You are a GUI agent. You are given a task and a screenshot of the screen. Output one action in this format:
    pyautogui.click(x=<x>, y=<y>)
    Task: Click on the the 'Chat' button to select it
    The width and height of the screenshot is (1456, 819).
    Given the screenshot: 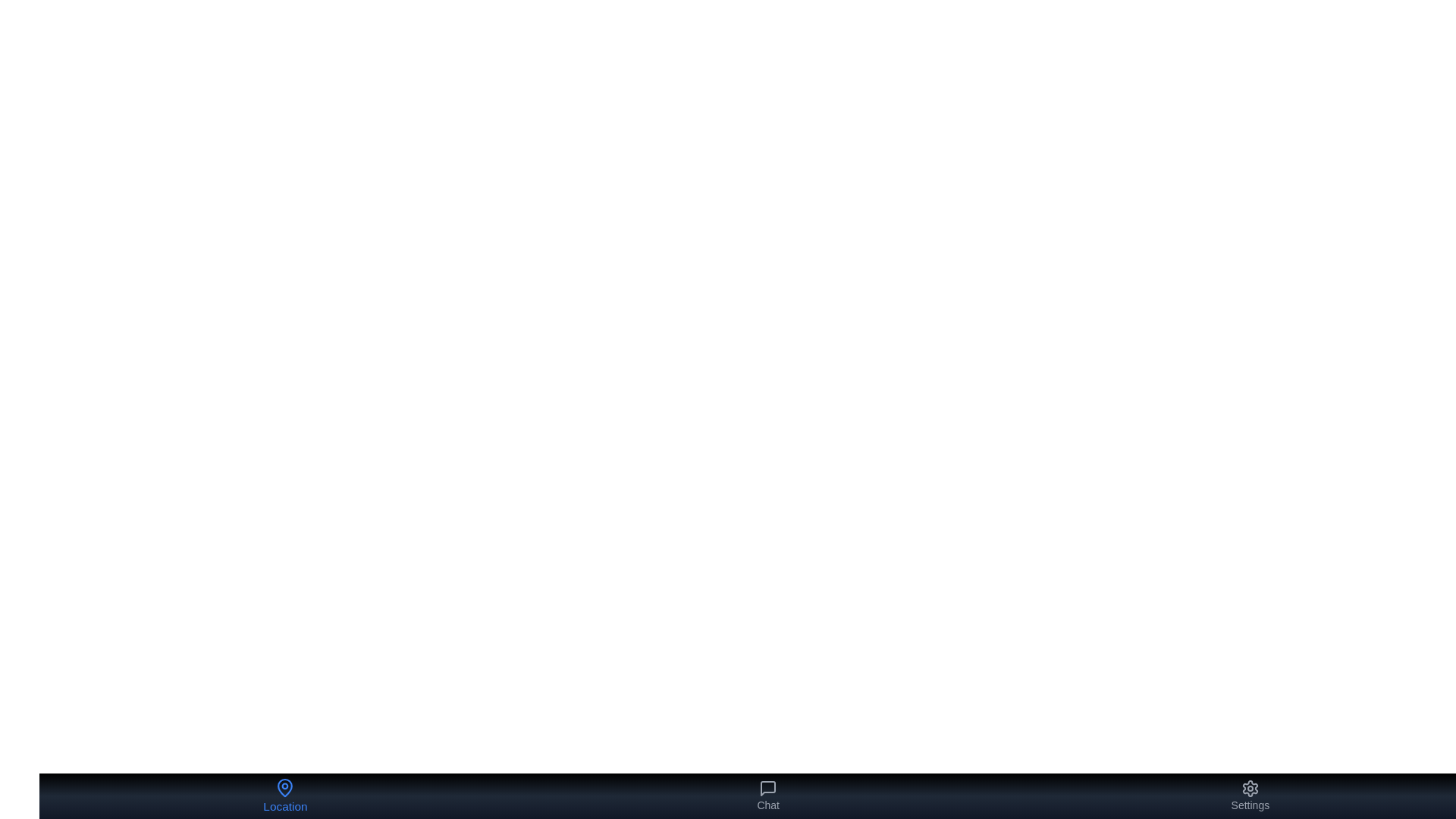 What is the action you would take?
    pyautogui.click(x=768, y=795)
    